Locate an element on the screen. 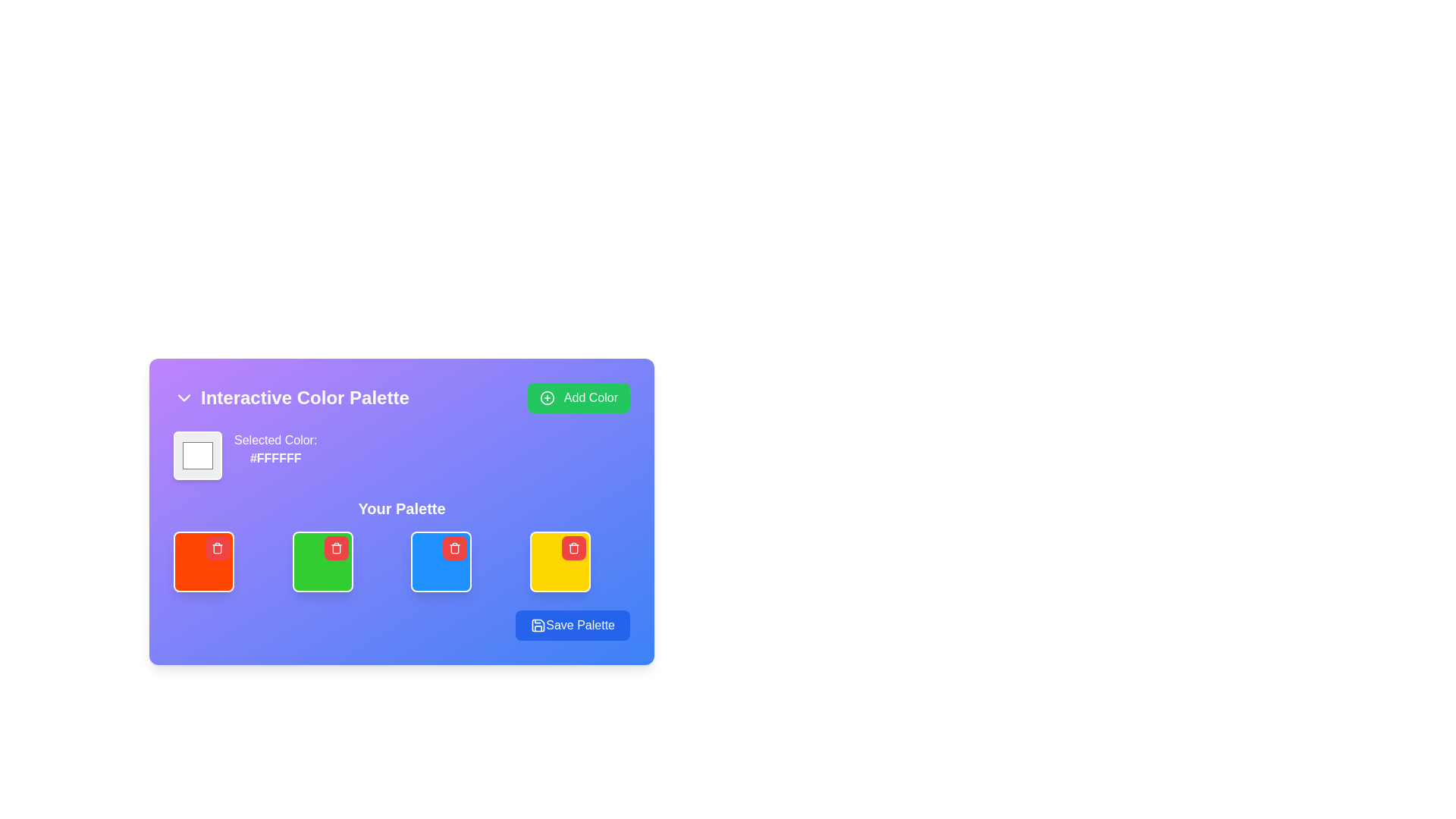  the square color display box with a white border and rounded corners is located at coordinates (196, 455).